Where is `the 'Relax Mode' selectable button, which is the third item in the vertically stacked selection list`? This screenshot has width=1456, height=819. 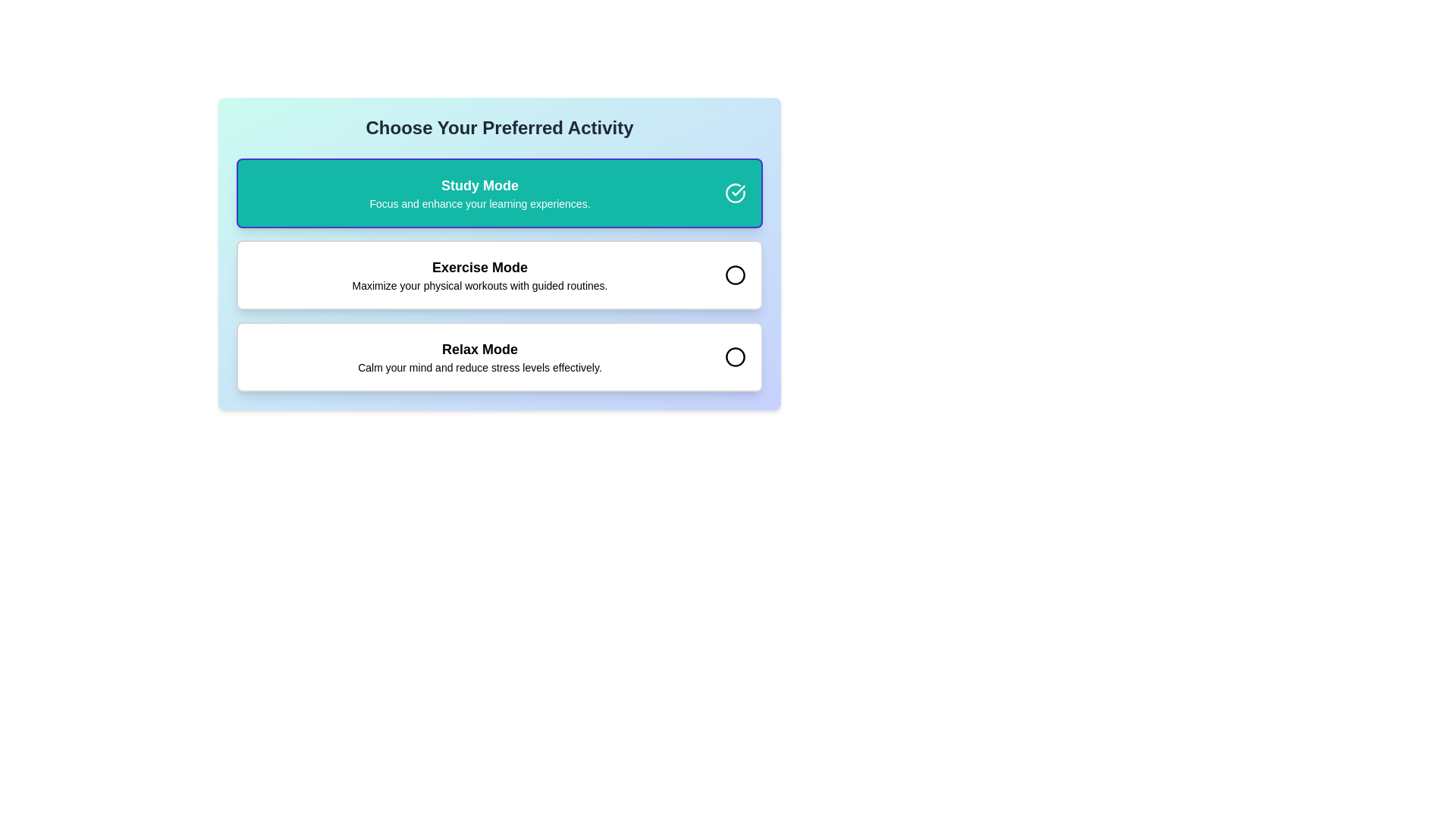
the 'Relax Mode' selectable button, which is the third item in the vertically stacked selection list is located at coordinates (499, 356).